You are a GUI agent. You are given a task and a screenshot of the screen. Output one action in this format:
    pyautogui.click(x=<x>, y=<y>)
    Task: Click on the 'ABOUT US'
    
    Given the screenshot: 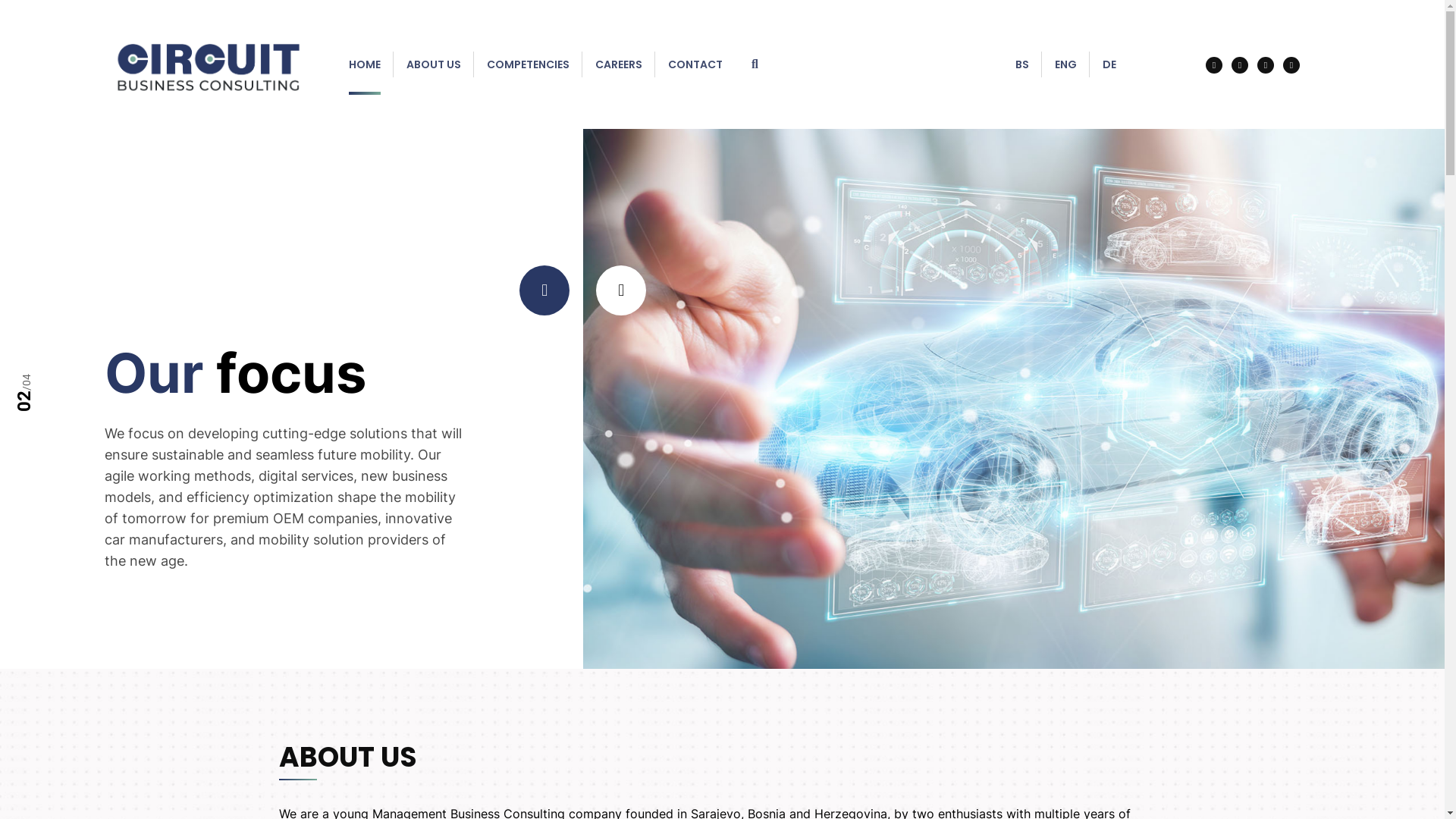 What is the action you would take?
    pyautogui.click(x=432, y=63)
    